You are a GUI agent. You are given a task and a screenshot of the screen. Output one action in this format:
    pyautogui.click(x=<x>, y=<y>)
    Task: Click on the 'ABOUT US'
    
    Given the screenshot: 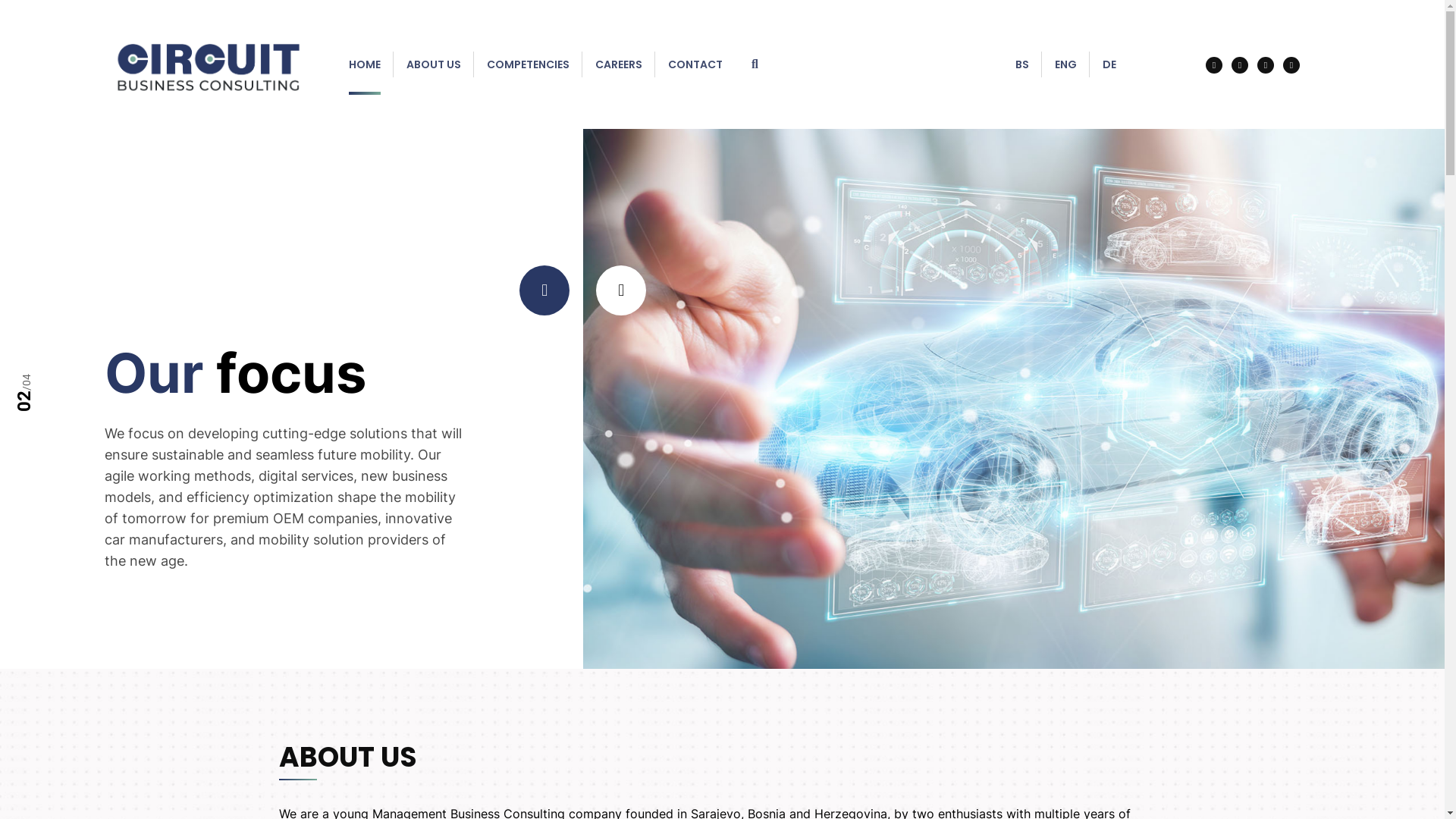 What is the action you would take?
    pyautogui.click(x=432, y=63)
    